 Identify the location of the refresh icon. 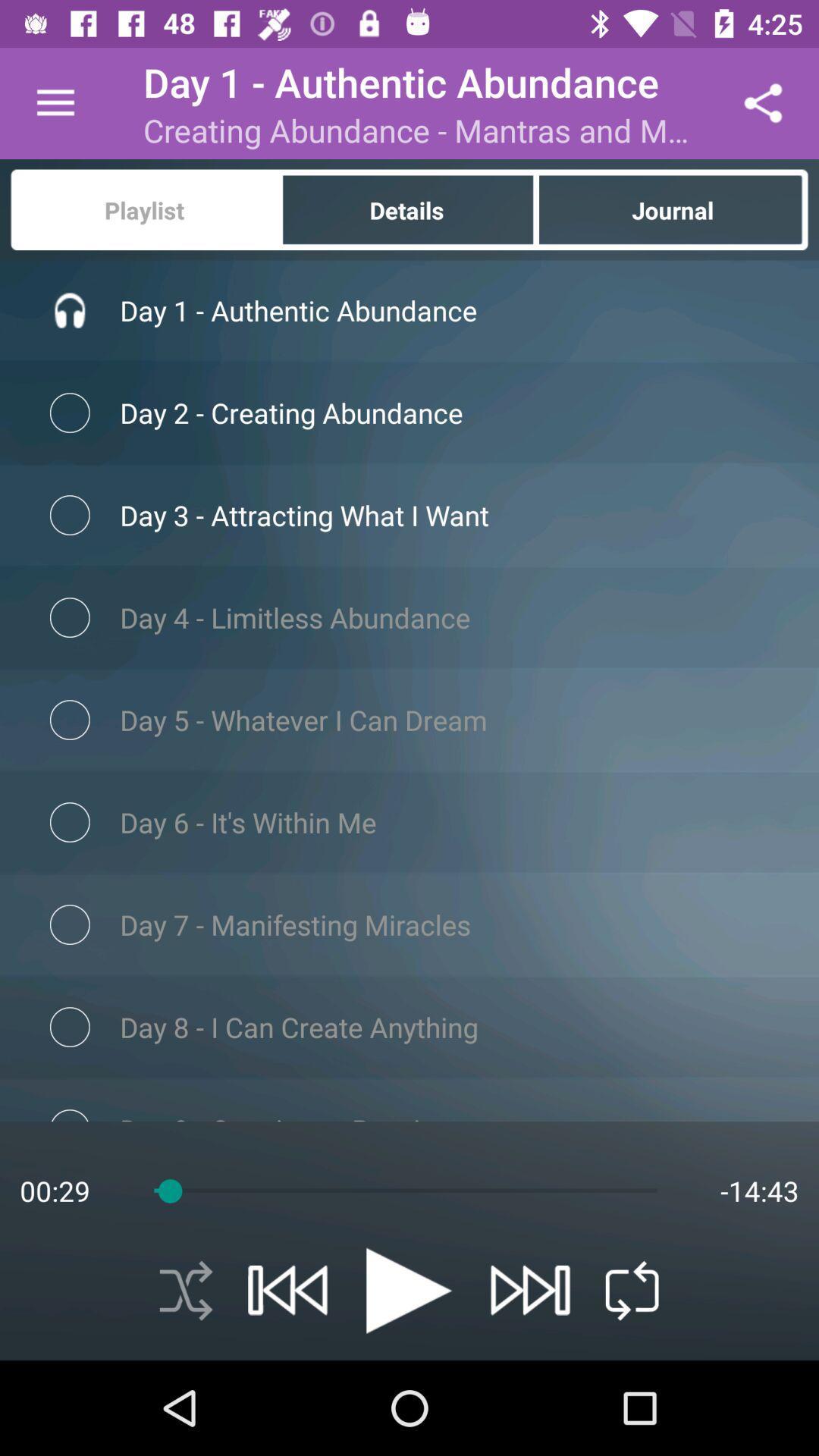
(632, 1290).